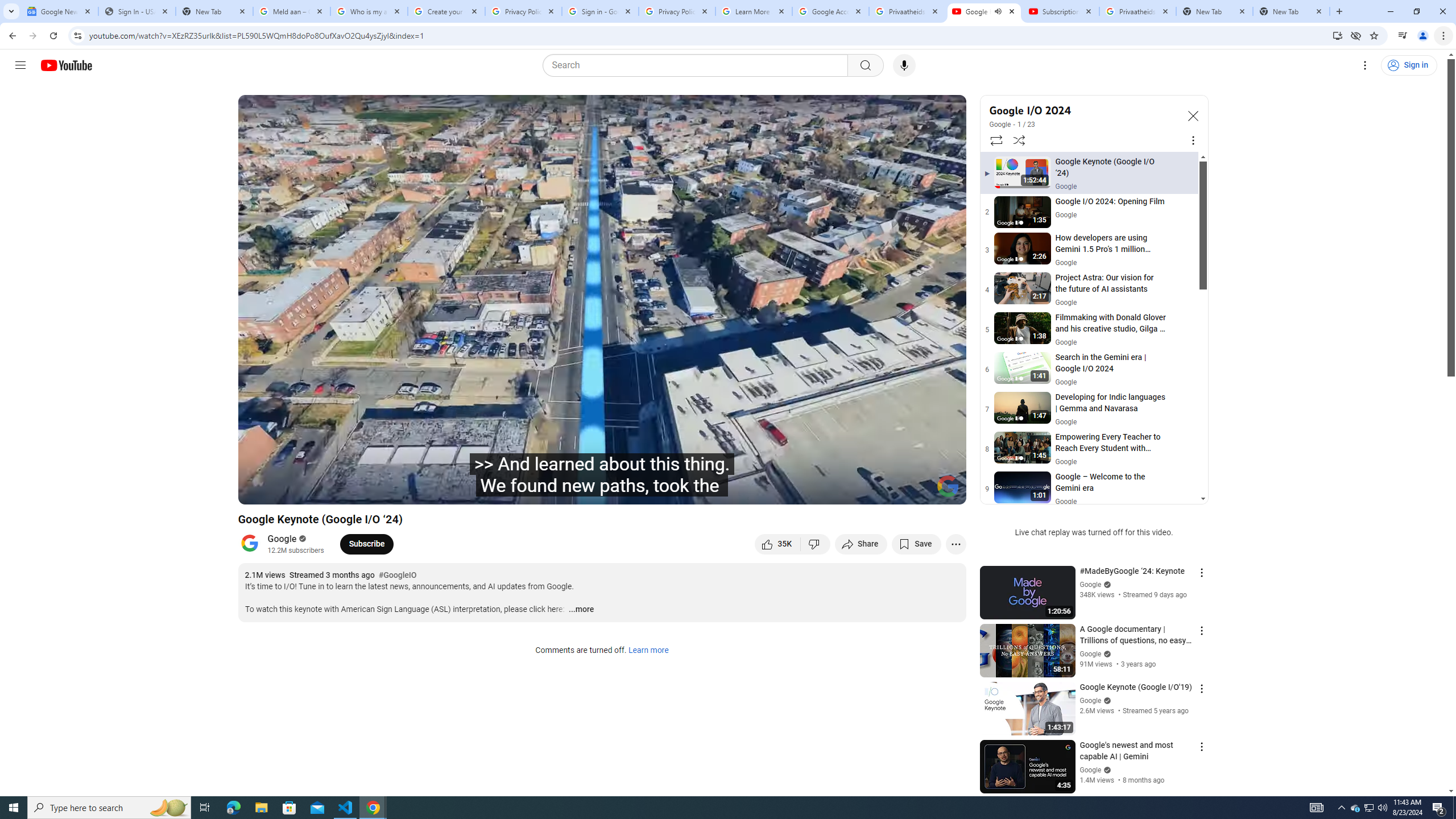 This screenshot has height=819, width=1456. Describe the element at coordinates (338, 490) in the screenshot. I see `'Mute (m)'` at that location.